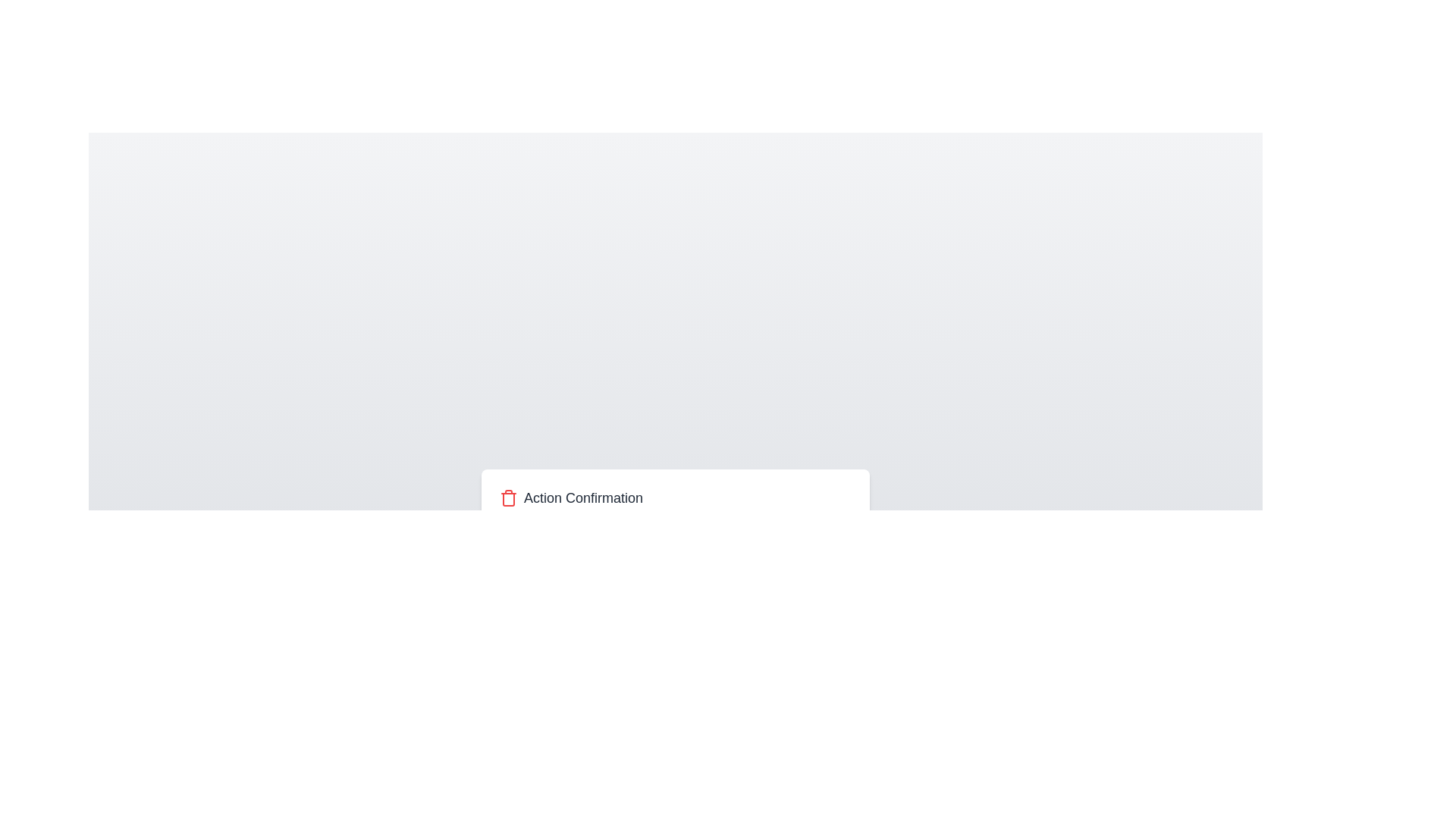 The width and height of the screenshot is (1456, 819). I want to click on the deletion icon located to the left of the 'Action Confirmation' text label in the lower portion of the interface, so click(509, 497).